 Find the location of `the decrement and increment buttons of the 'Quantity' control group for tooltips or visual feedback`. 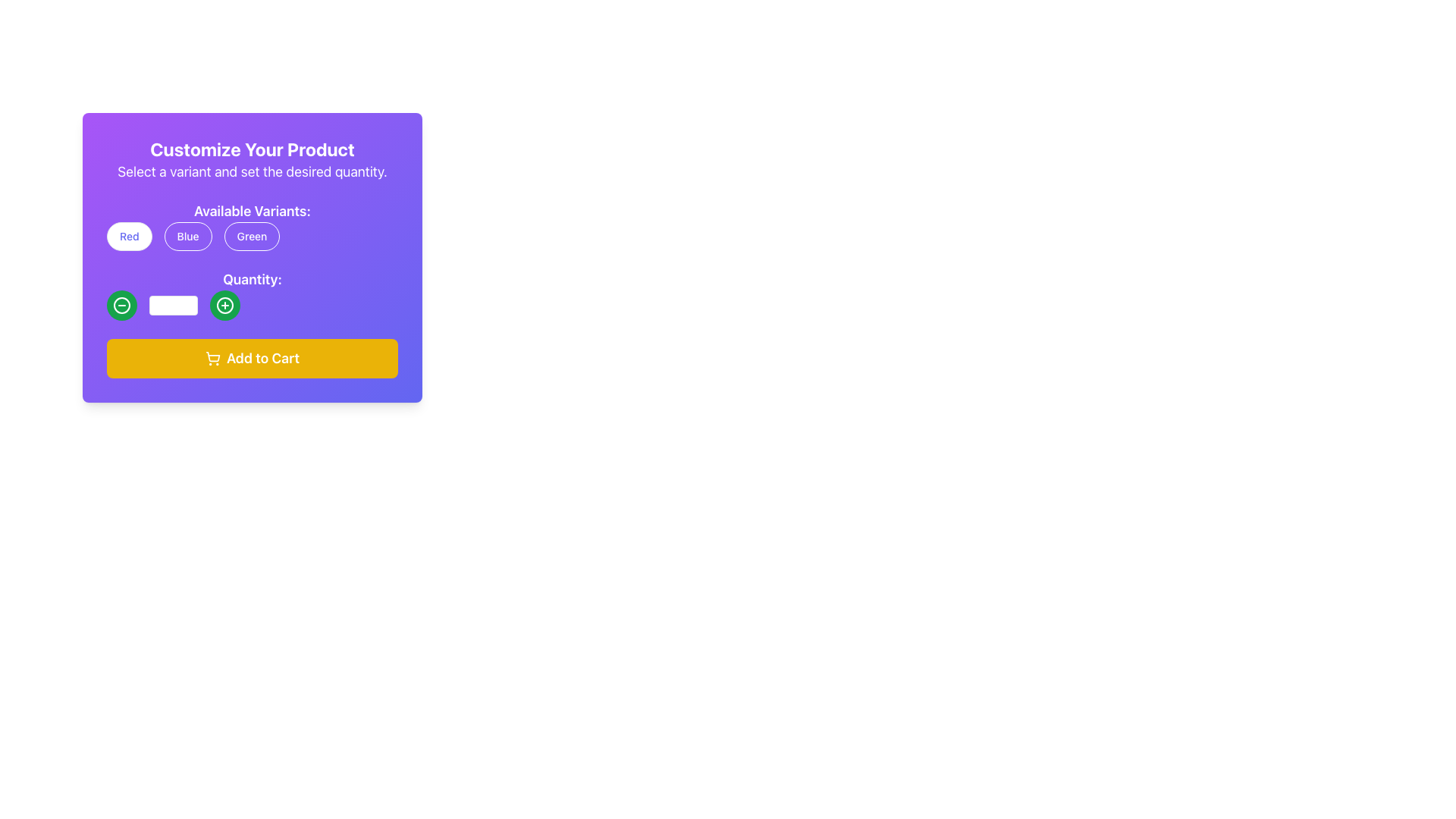

the decrement and increment buttons of the 'Quantity' control group for tooltips or visual feedback is located at coordinates (252, 305).